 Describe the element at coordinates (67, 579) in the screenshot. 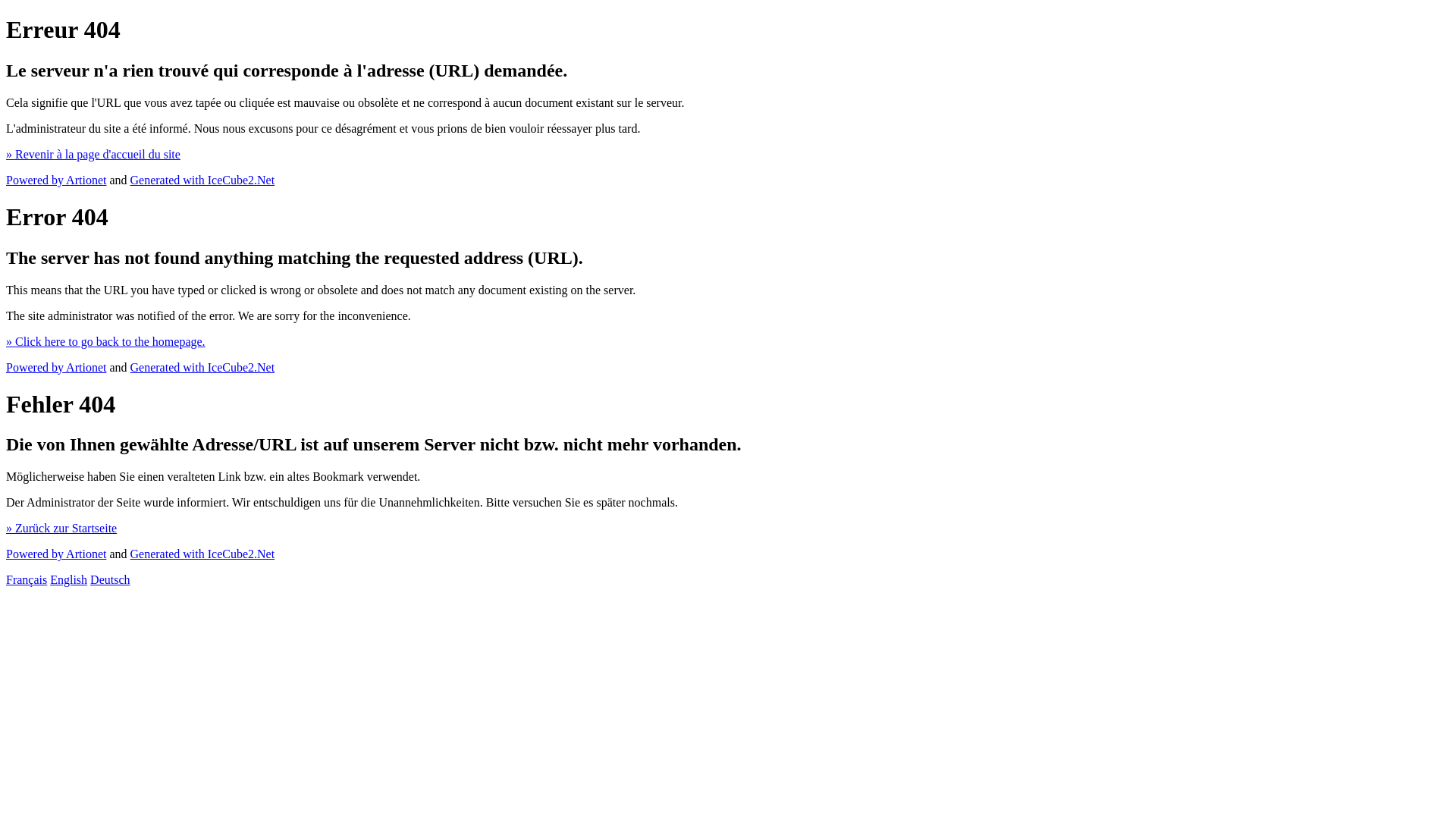

I see `'English'` at that location.